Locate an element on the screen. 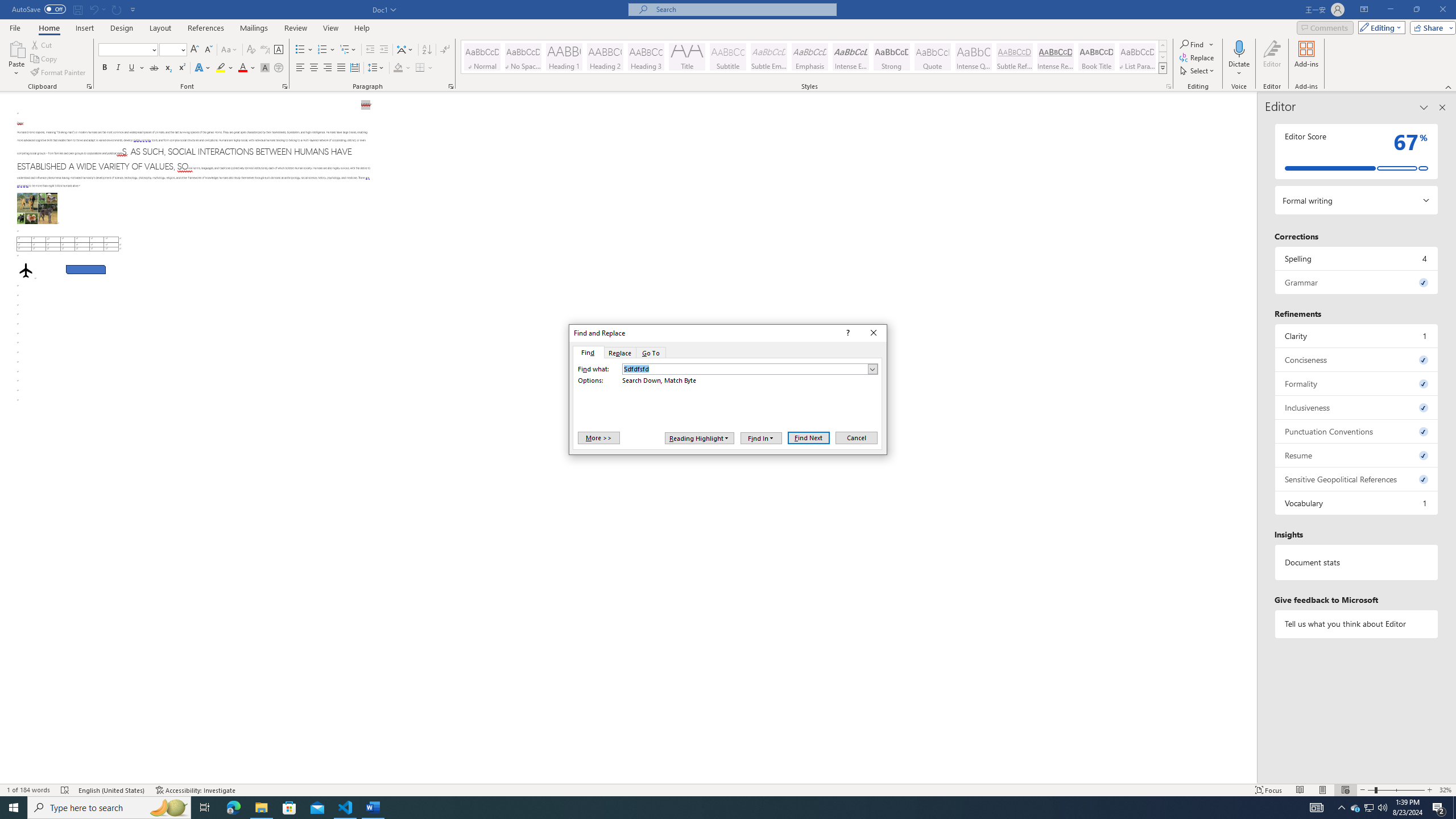 The image size is (1456, 819). 'Formality, 0 issues. Press space or enter to review items.' is located at coordinates (1356, 383).